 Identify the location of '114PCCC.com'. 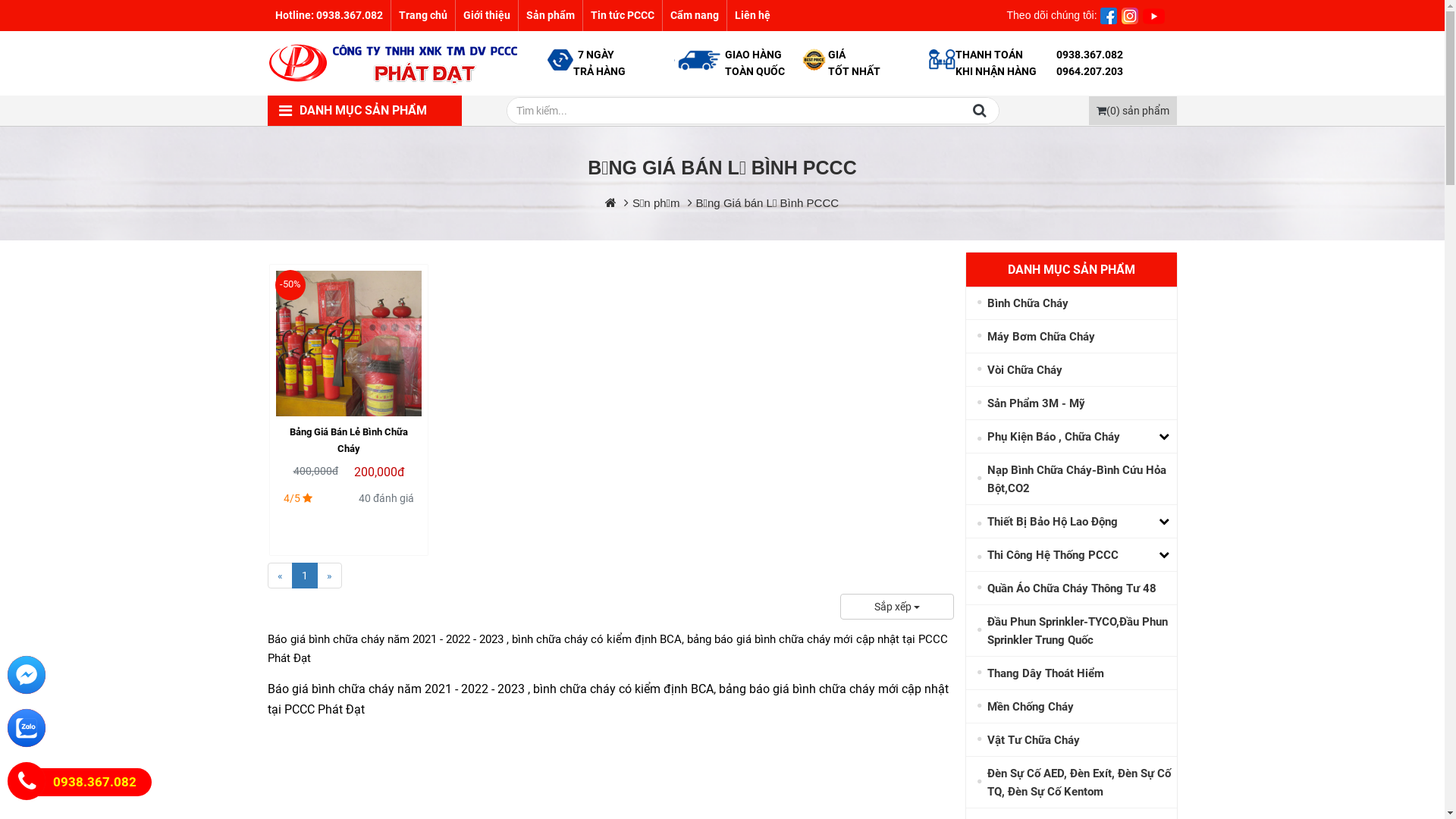
(393, 62).